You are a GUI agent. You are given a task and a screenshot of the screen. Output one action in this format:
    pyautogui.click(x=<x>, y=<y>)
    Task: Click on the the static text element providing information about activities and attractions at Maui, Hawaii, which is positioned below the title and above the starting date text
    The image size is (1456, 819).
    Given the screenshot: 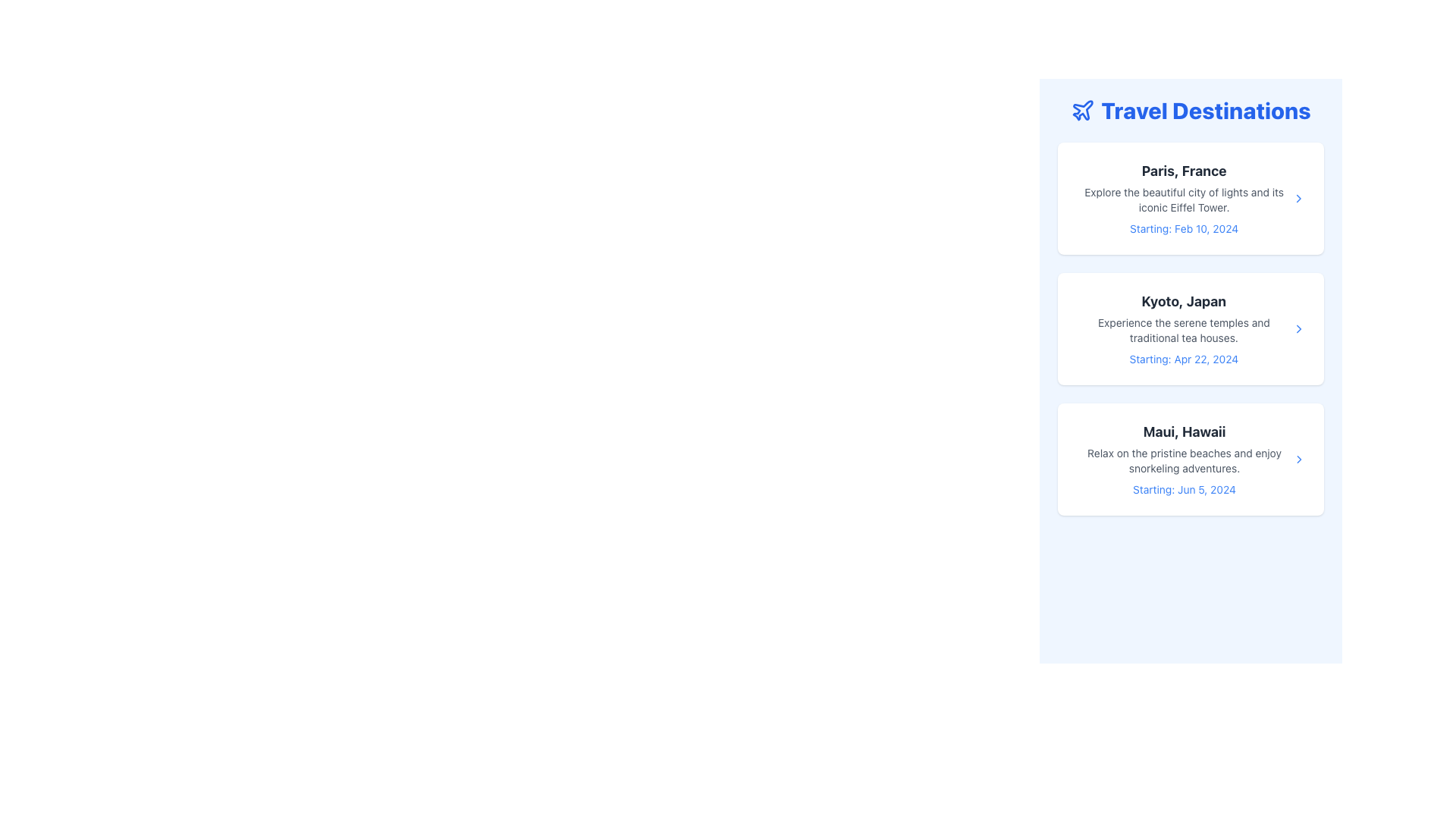 What is the action you would take?
    pyautogui.click(x=1184, y=460)
    